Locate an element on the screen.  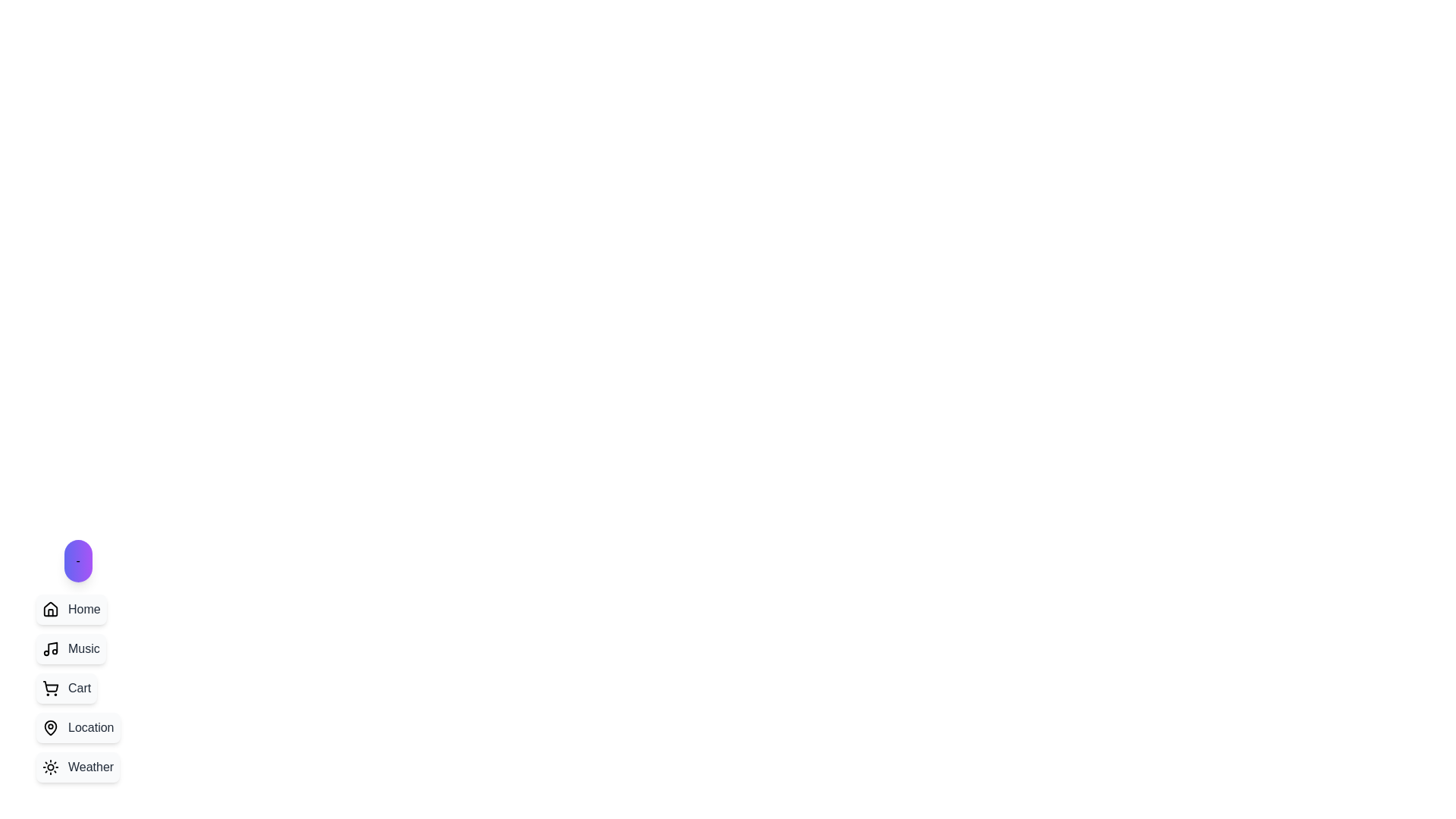
the button located at the top of the list is located at coordinates (71, 608).